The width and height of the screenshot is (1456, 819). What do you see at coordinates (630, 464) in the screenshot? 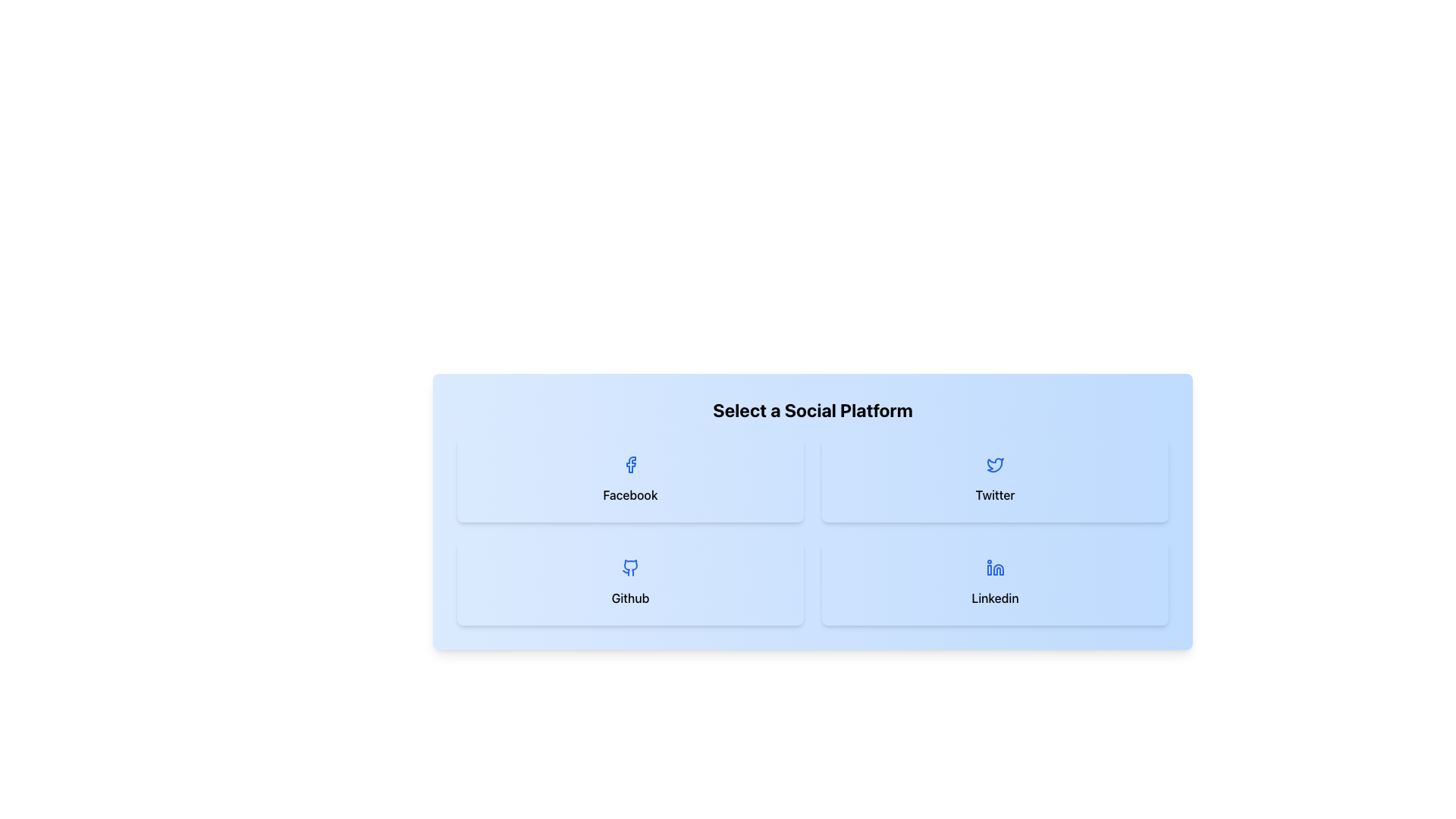
I see `the Facebook icon, which is styled in blue and located within a rounded rectangular button labeled 'Facebook', positioned in the top-left of a 2x2 grid below the 'Select a Social Platform' header` at bounding box center [630, 464].